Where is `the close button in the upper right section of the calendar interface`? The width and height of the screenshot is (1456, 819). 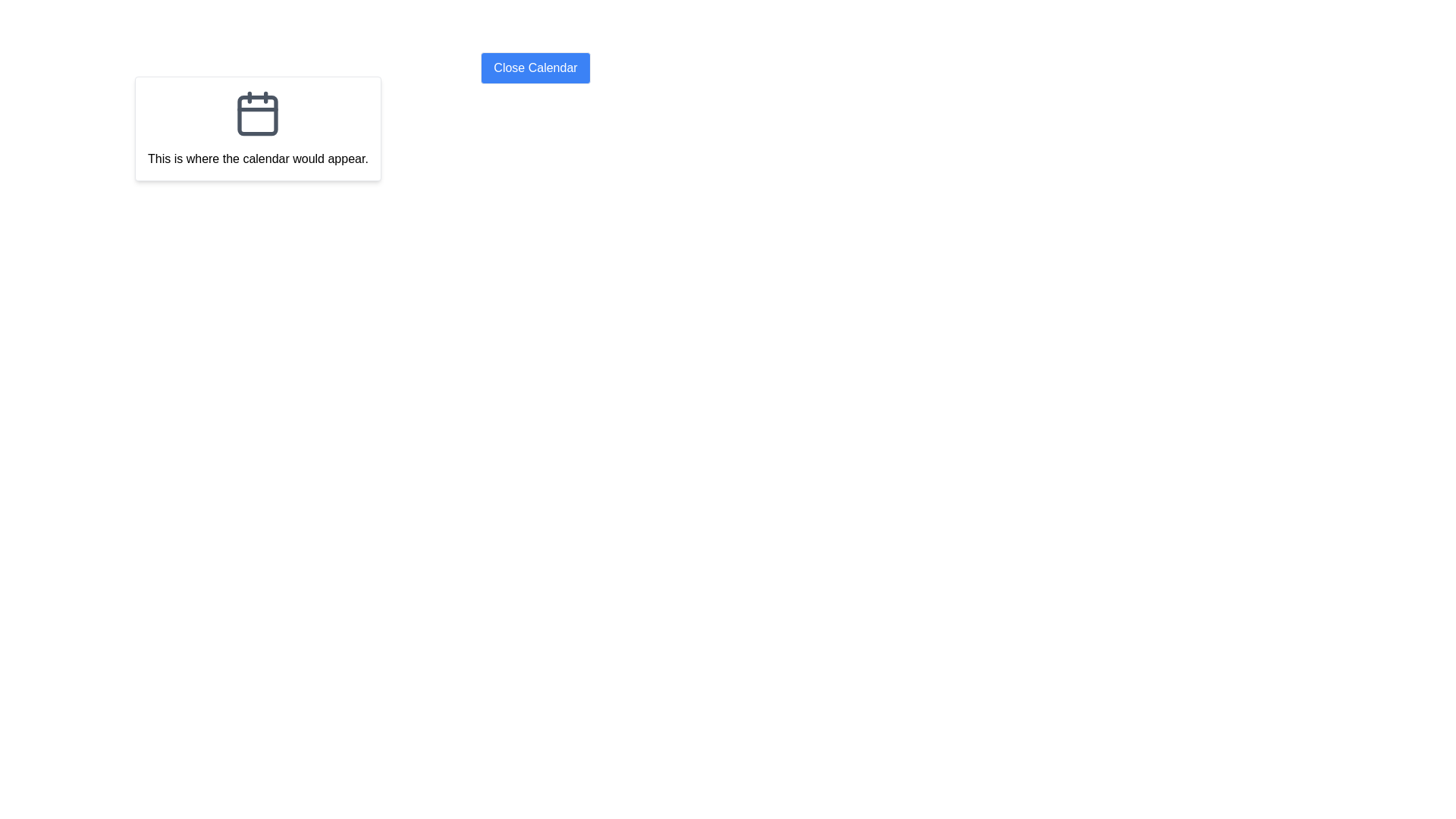
the close button in the upper right section of the calendar interface is located at coordinates (535, 67).